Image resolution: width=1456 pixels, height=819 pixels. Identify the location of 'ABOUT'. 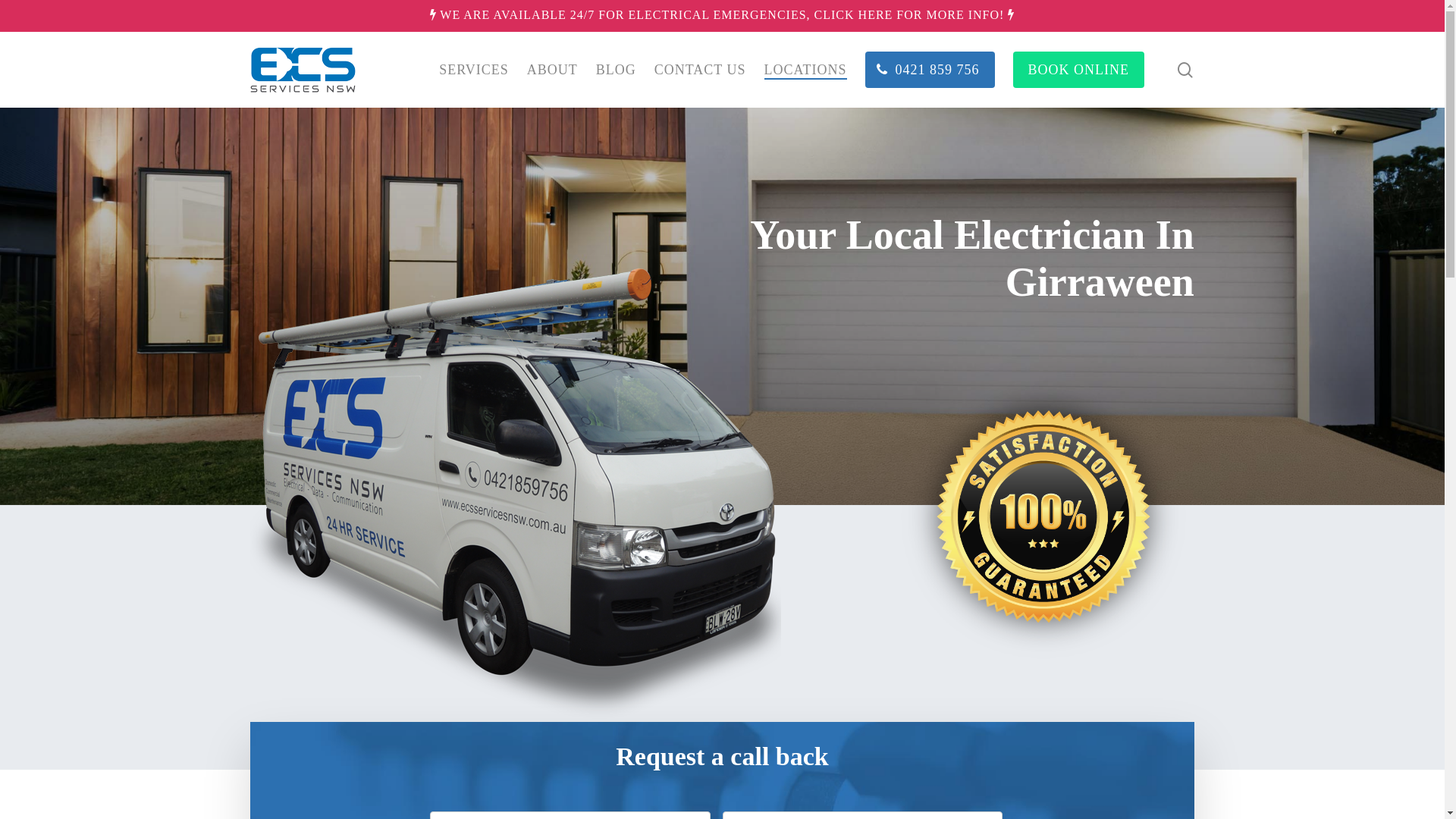
(551, 70).